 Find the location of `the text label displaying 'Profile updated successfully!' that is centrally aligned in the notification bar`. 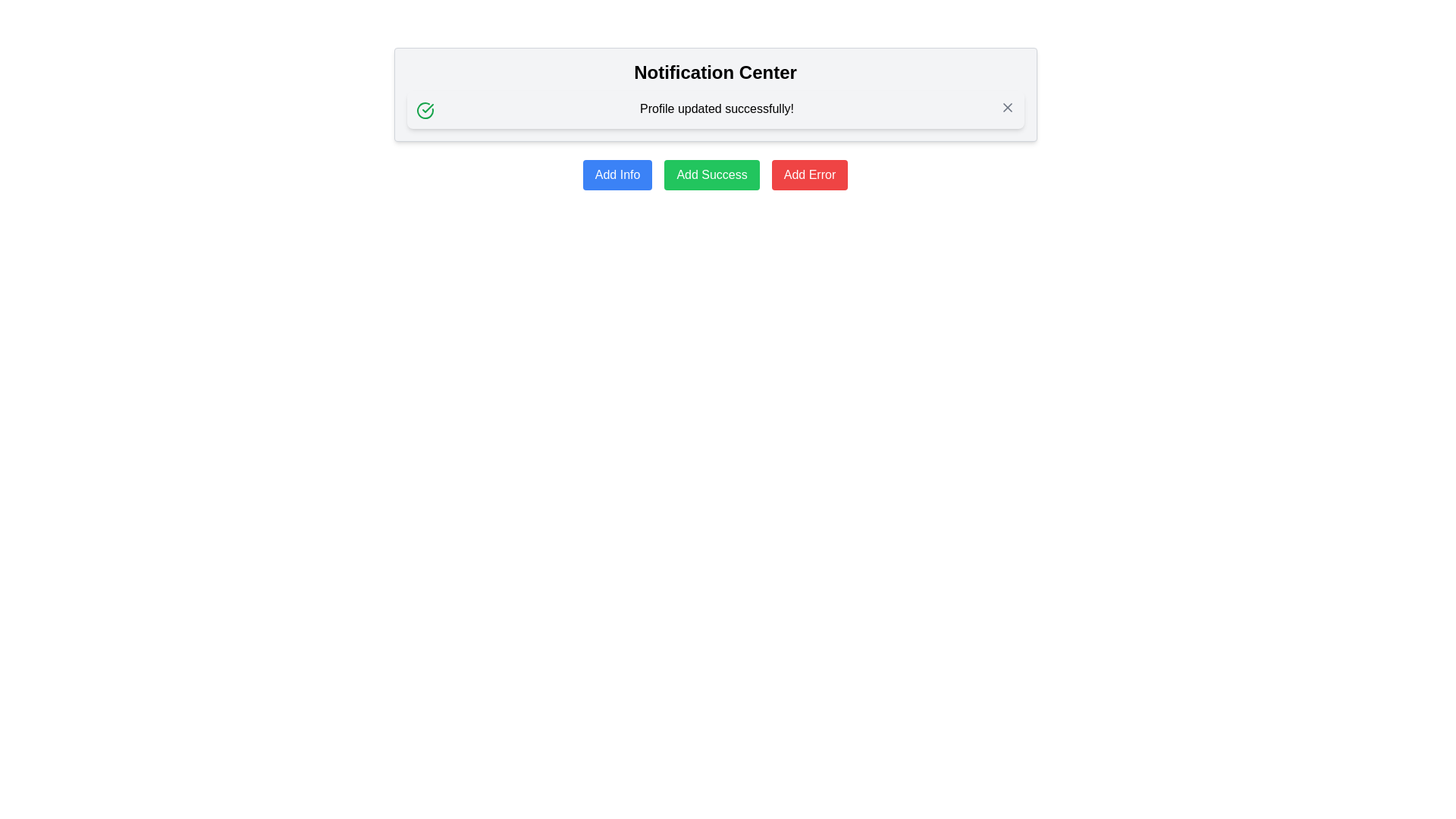

the text label displaying 'Profile updated successfully!' that is centrally aligned in the notification bar is located at coordinates (716, 108).